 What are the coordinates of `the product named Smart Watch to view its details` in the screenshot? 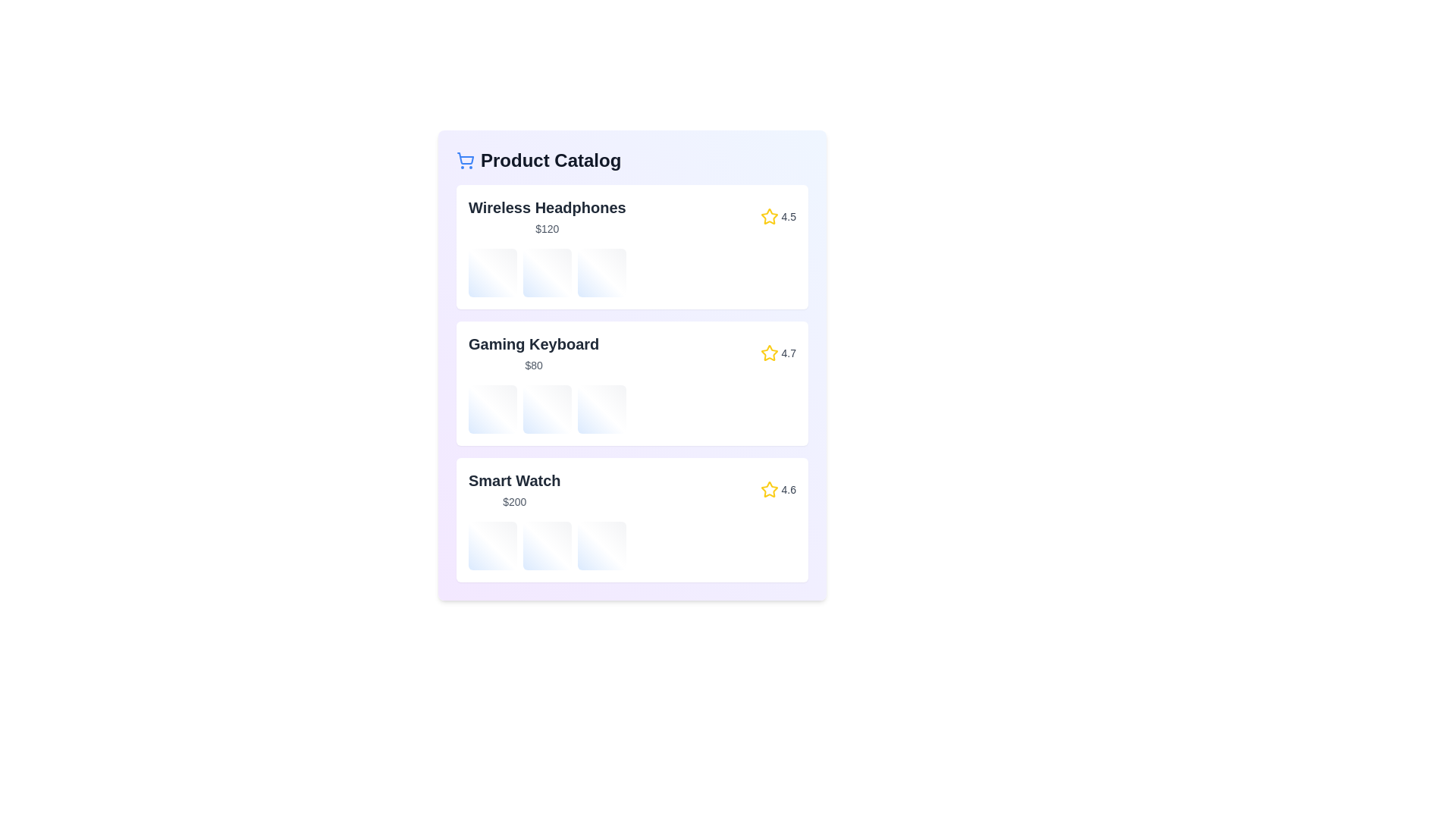 It's located at (632, 519).